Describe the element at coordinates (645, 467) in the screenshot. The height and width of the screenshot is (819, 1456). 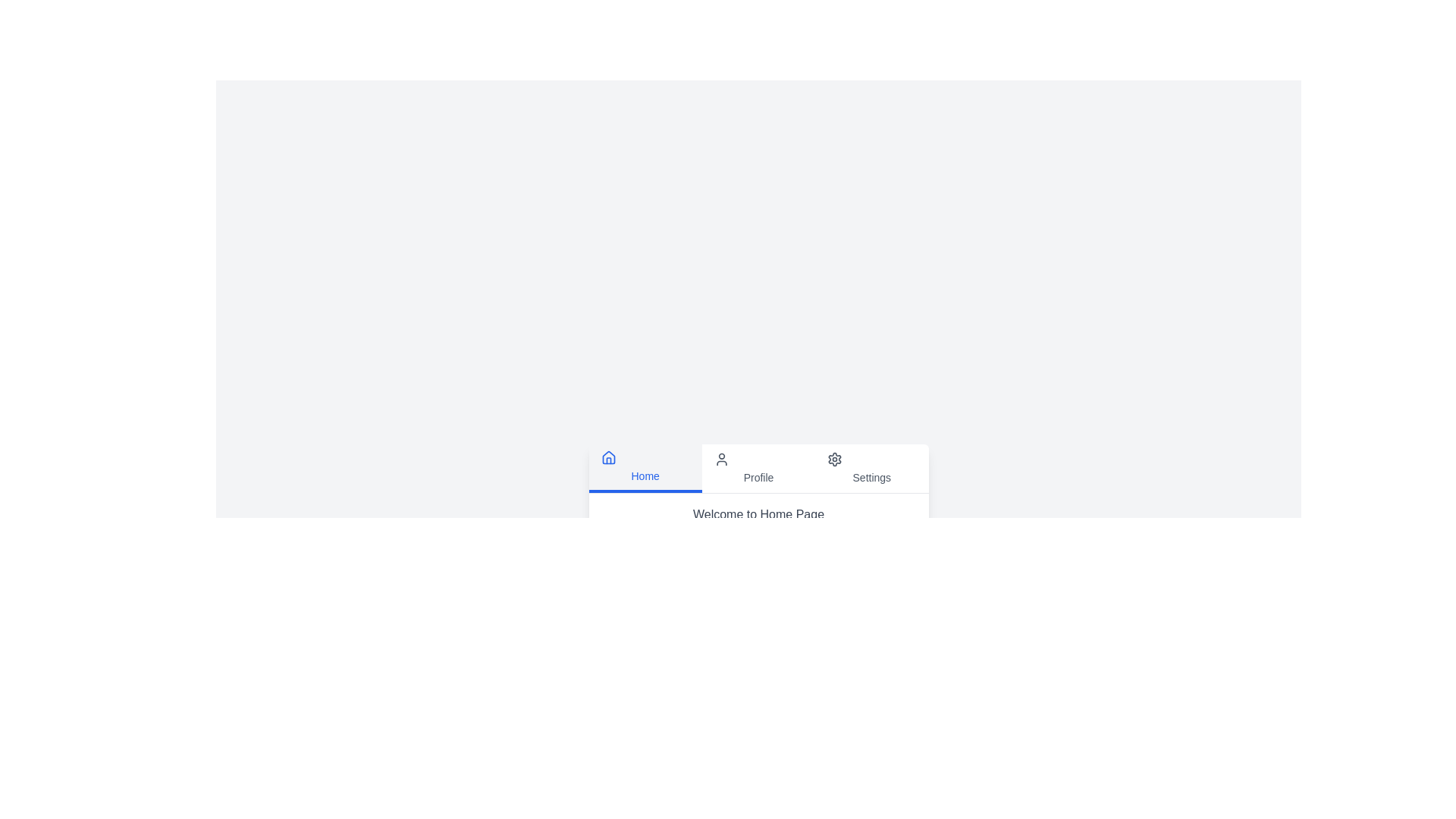
I see `the Home tab to switch to its view` at that location.